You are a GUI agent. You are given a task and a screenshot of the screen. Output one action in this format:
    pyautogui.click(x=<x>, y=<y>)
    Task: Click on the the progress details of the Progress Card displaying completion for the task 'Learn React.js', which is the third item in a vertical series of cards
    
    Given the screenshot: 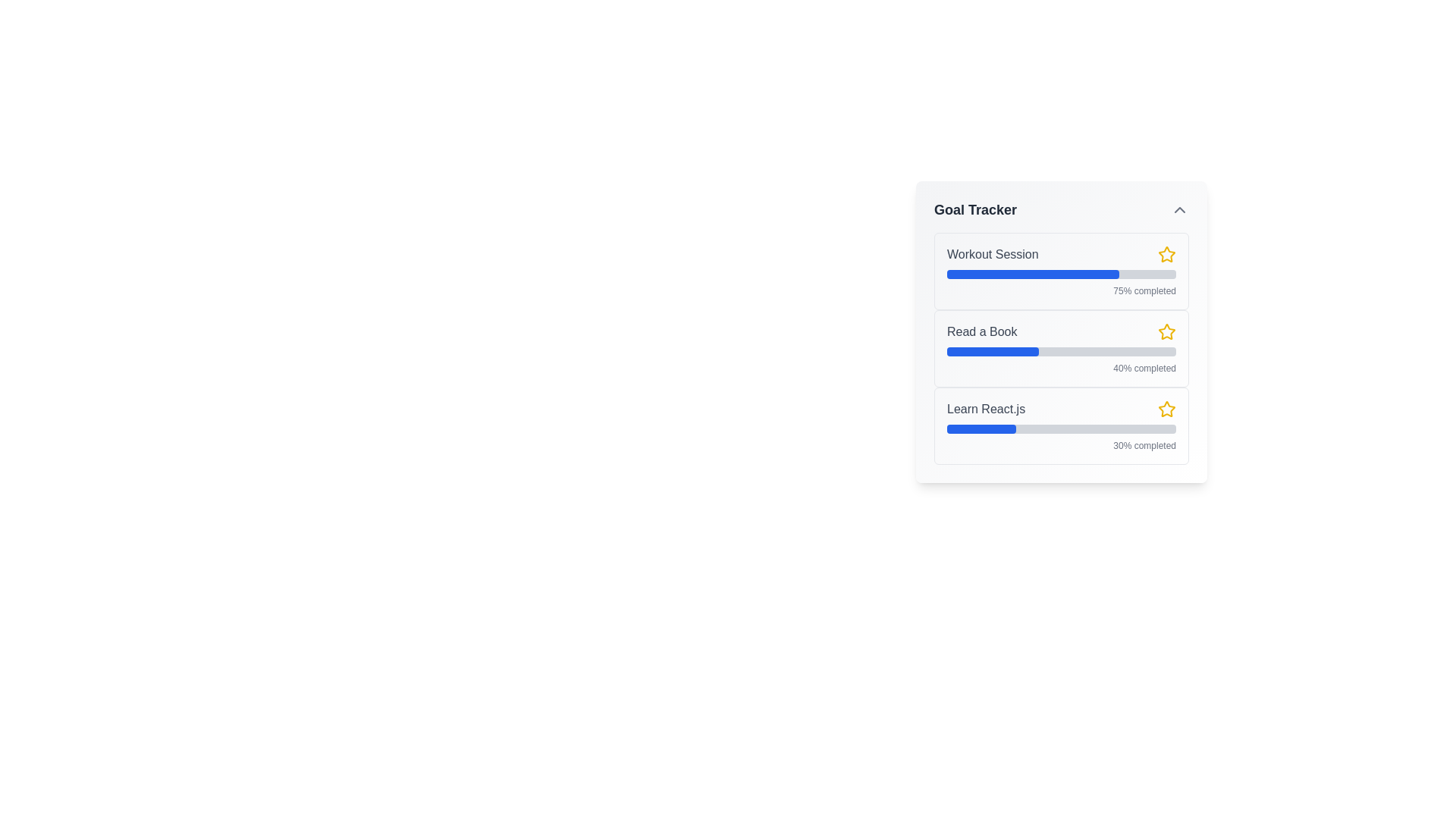 What is the action you would take?
    pyautogui.click(x=1061, y=426)
    